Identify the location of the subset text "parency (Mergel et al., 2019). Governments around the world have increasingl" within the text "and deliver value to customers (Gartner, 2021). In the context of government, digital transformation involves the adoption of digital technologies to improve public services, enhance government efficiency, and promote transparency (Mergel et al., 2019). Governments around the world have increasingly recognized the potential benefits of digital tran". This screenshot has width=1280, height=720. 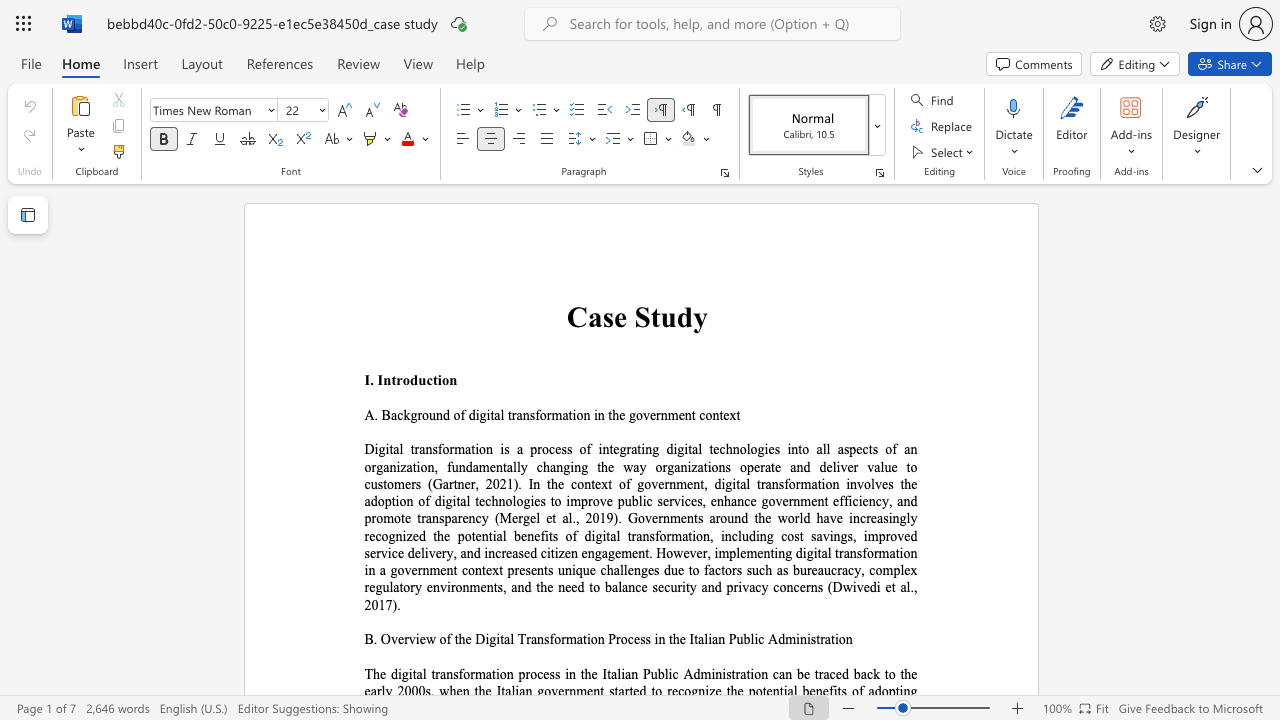
(443, 517).